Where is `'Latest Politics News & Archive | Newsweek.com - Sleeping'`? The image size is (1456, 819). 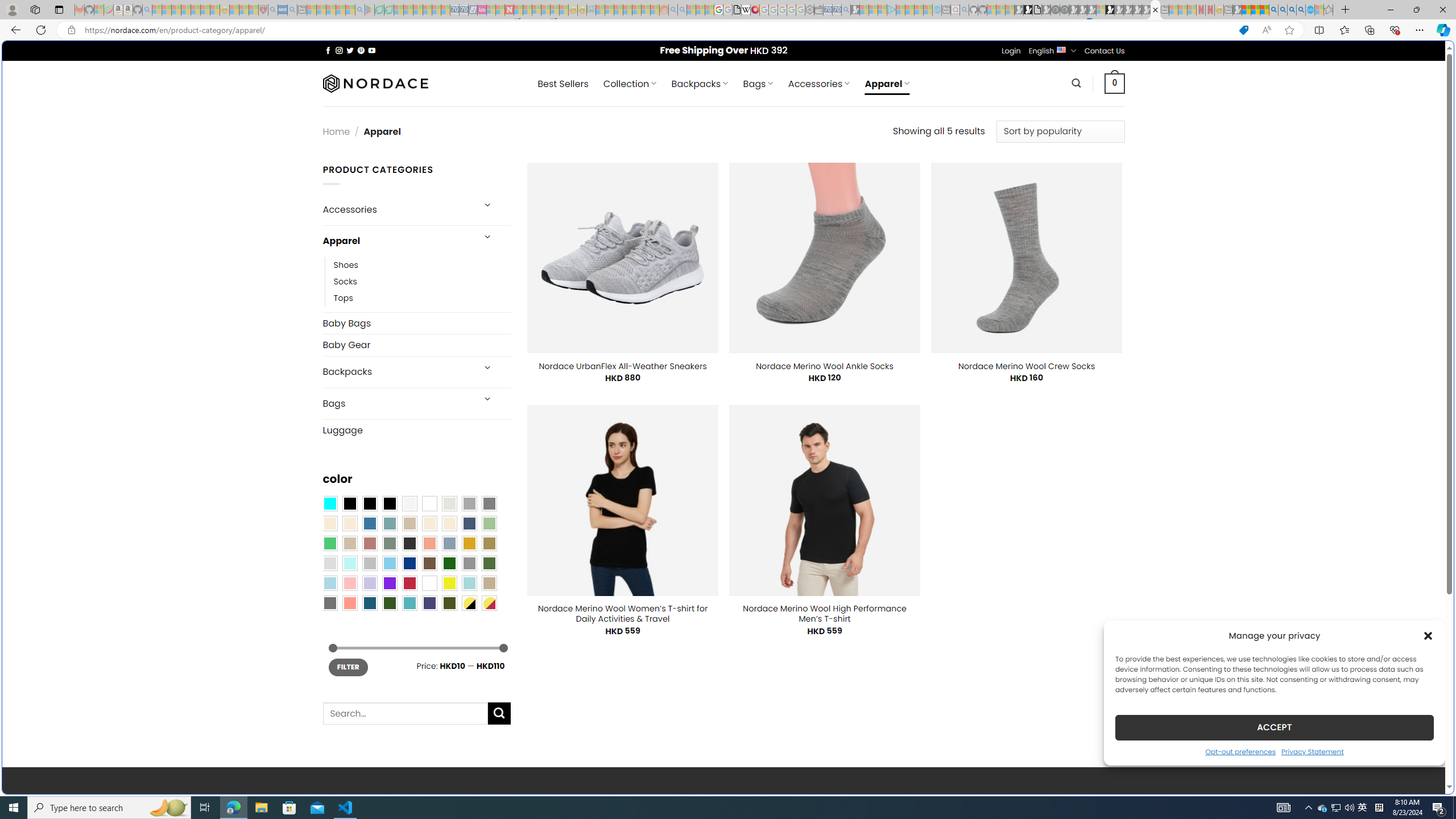
'Latest Politics News & Archive | Newsweek.com - Sleeping' is located at coordinates (508, 9).